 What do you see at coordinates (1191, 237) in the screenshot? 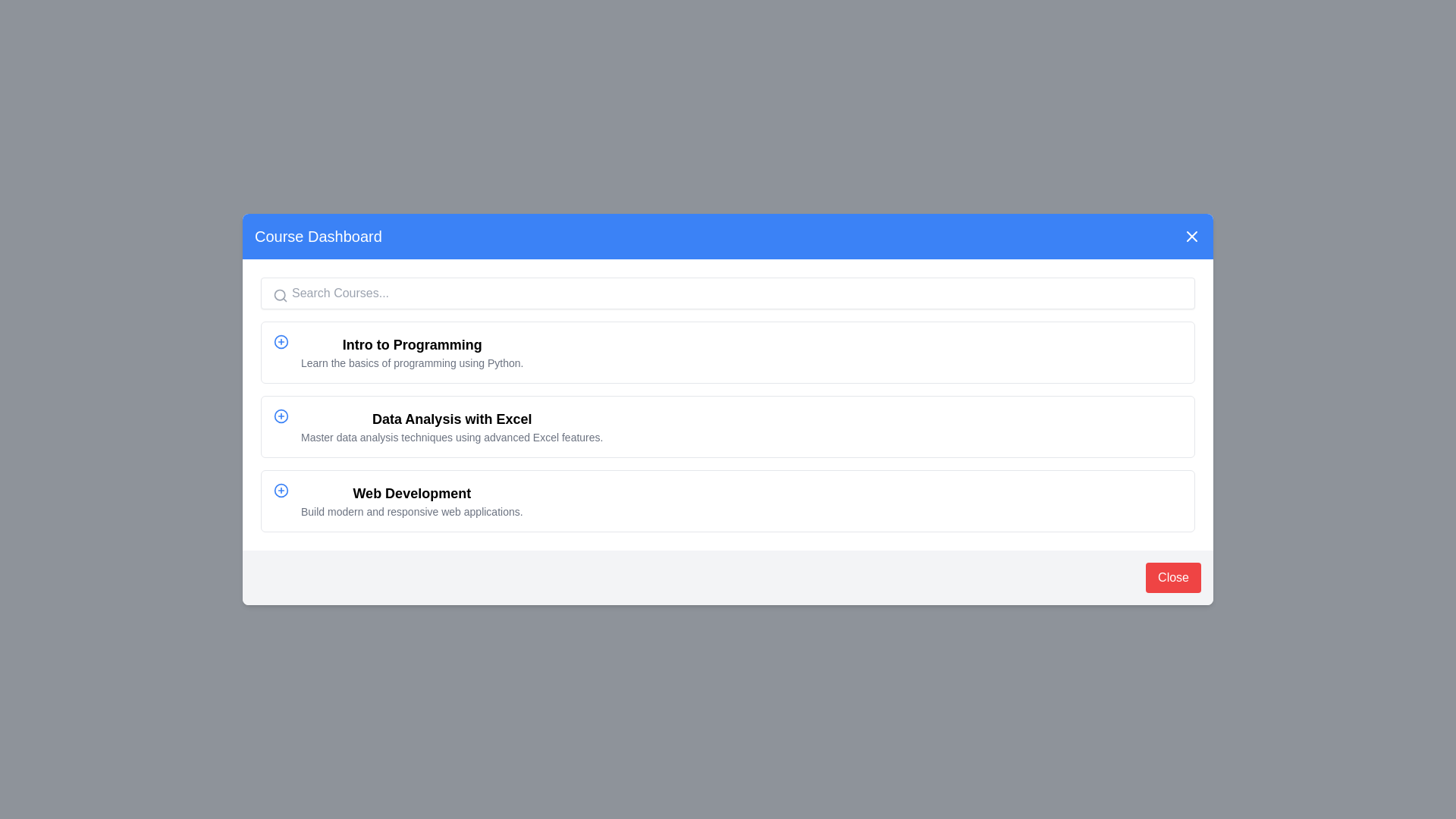
I see `the close button located at the top-right corner of the blue header bar titled 'Course Dashboard'` at bounding box center [1191, 237].